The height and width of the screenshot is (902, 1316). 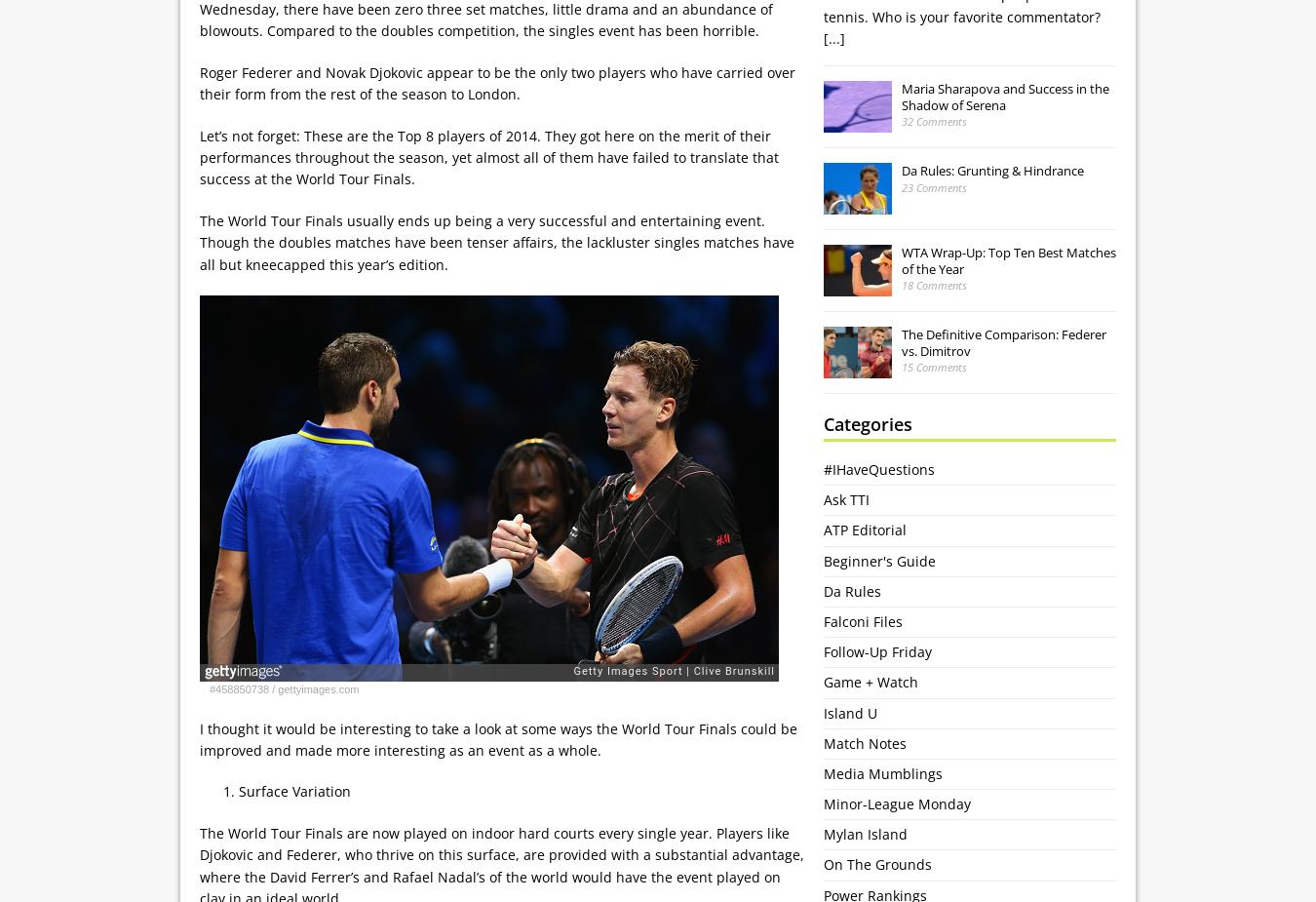 I want to click on 'Minor-League Monday', so click(x=896, y=804).